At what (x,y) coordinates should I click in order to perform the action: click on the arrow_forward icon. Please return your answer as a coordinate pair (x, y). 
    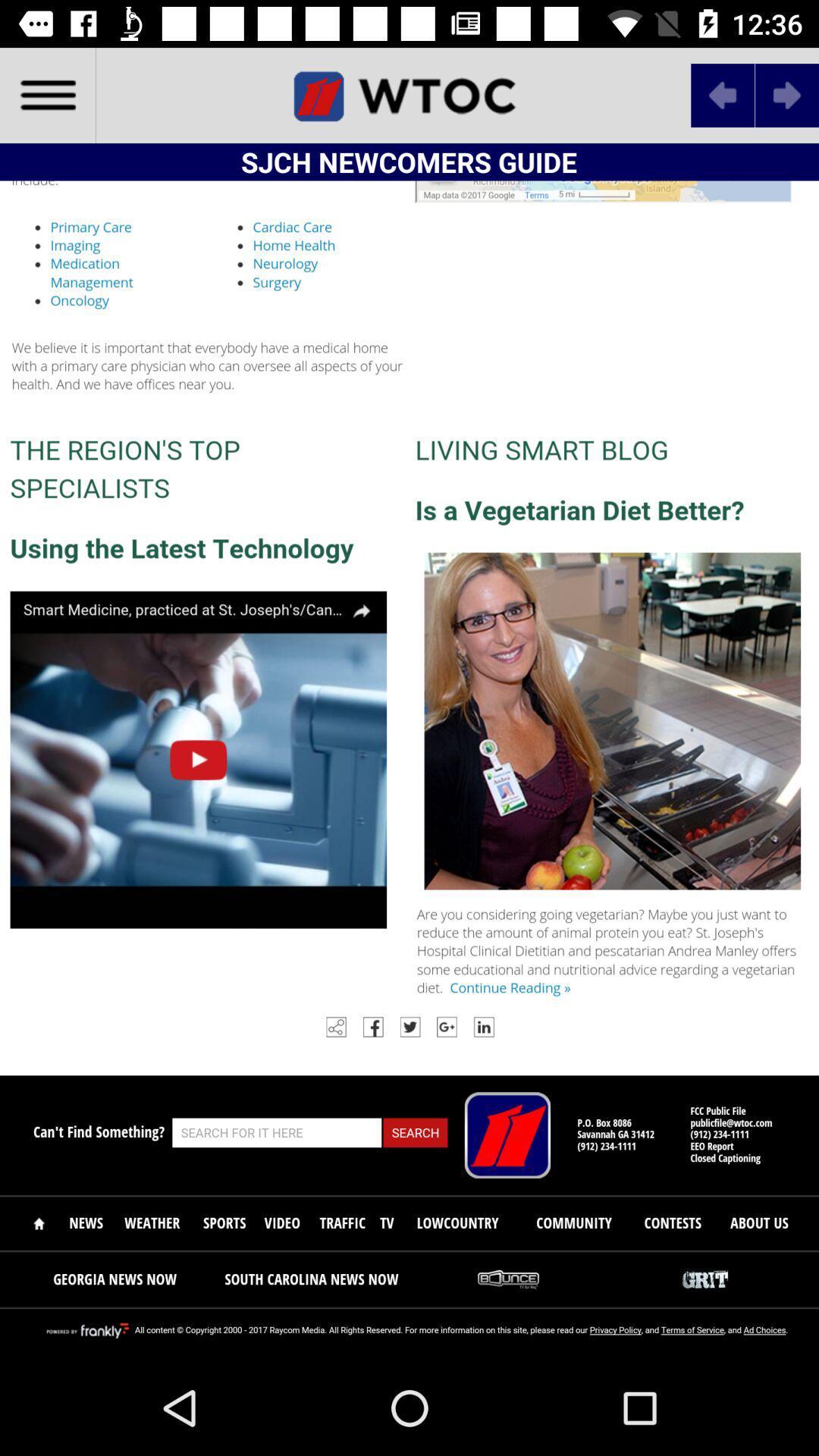
    Looking at the image, I should click on (786, 94).